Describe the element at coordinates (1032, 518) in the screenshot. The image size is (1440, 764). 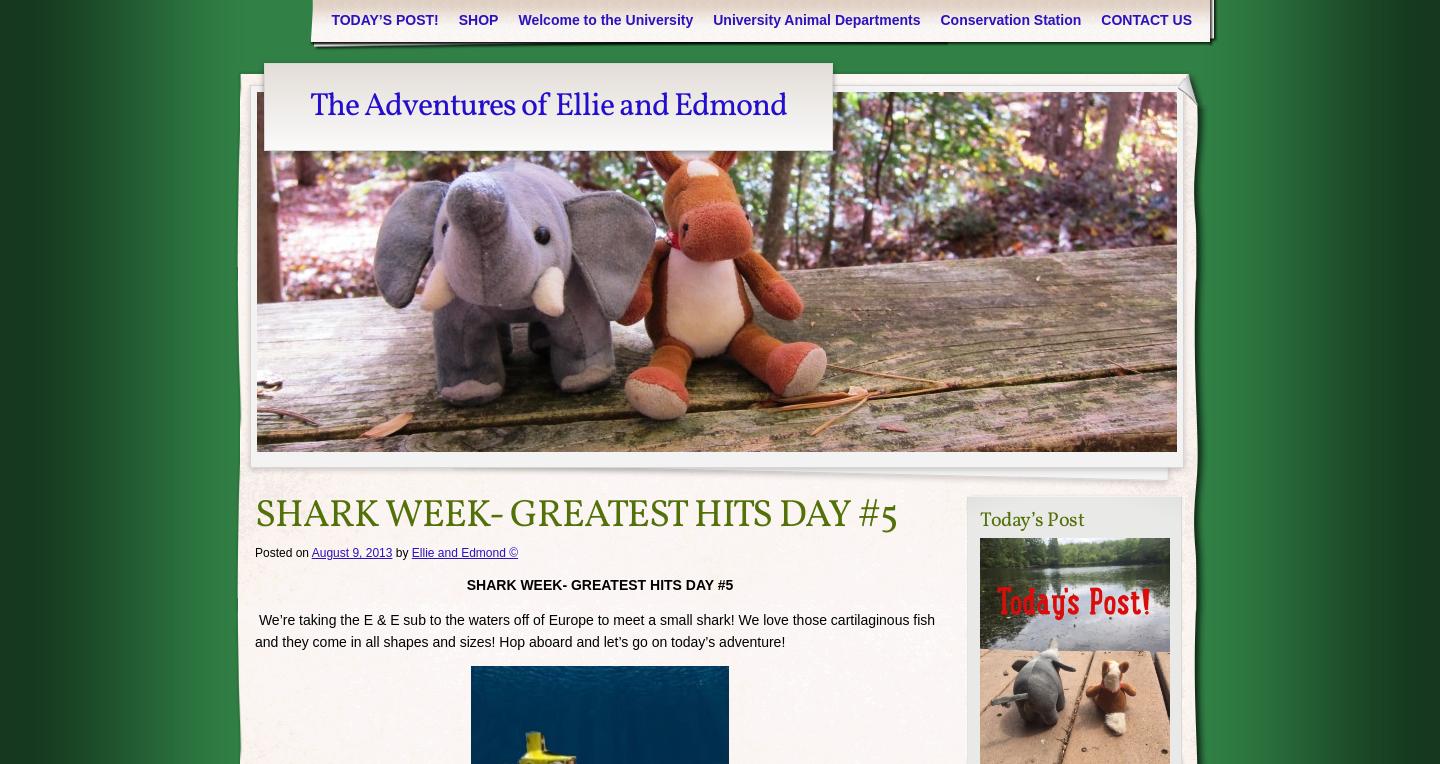
I see `'Today’s Post'` at that location.